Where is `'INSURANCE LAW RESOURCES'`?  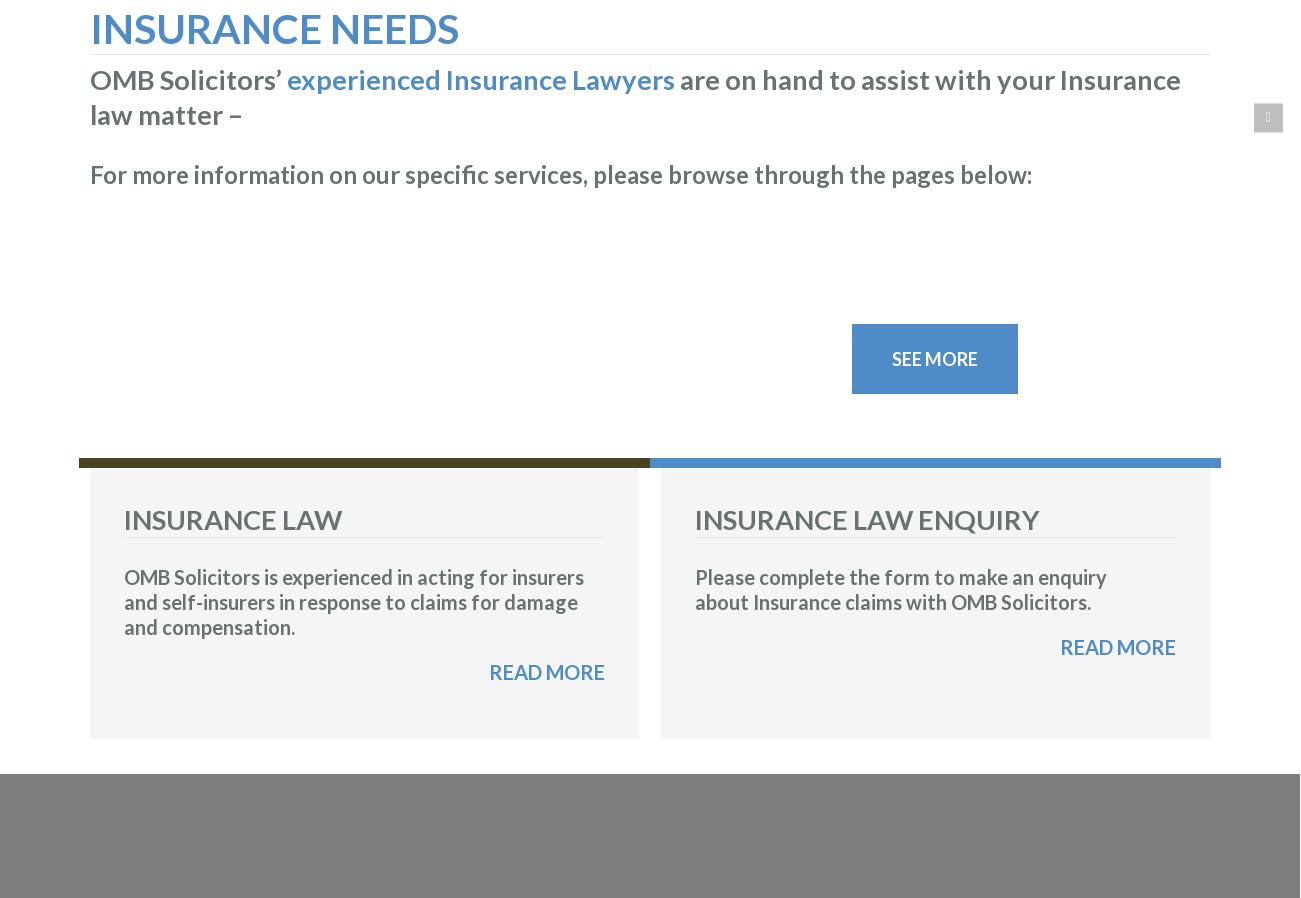
'INSURANCE LAW RESOURCES' is located at coordinates (307, 321).